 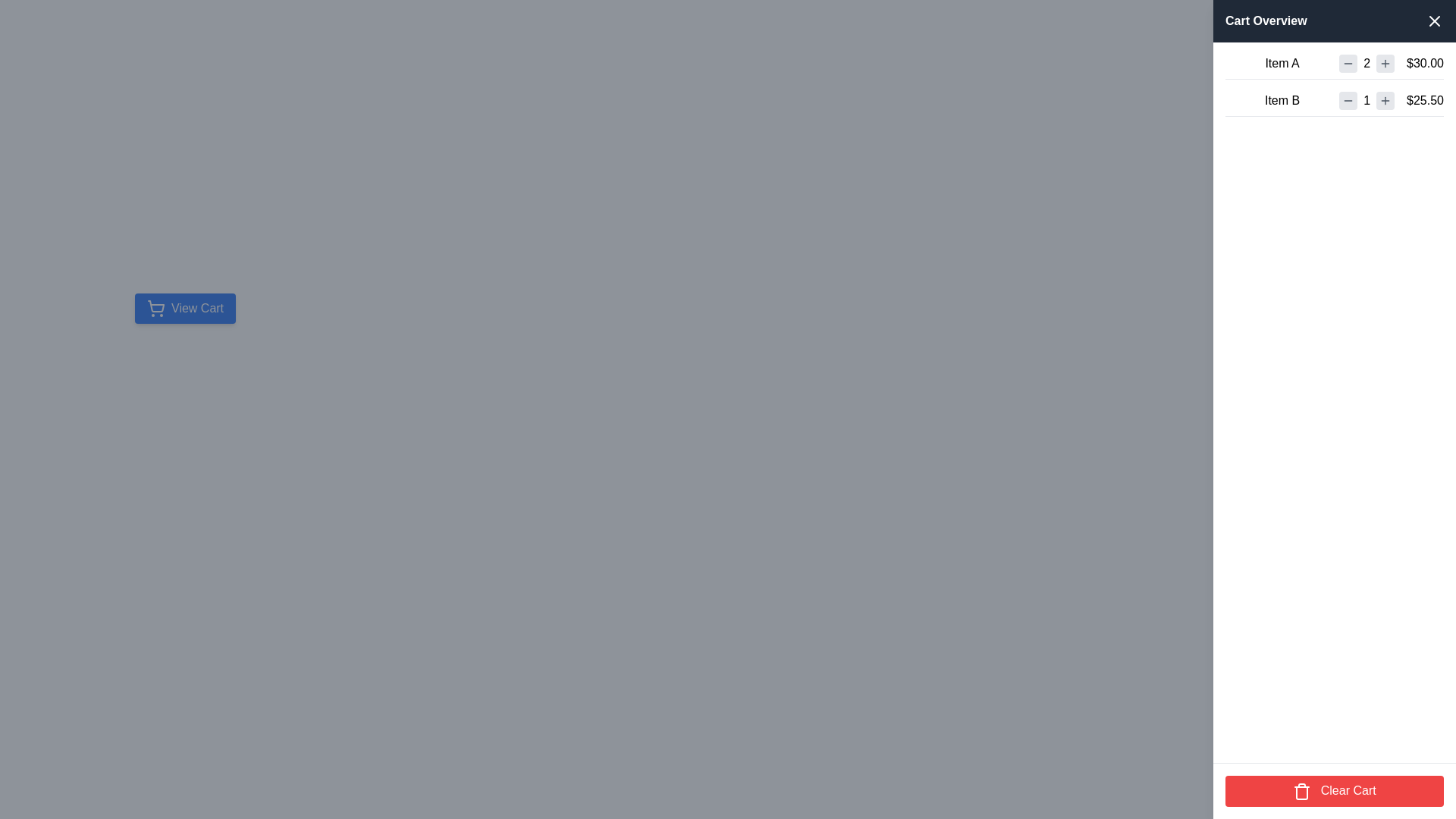 What do you see at coordinates (1348, 100) in the screenshot?
I see `the Decrement Button located in the cart overview panel for 'Item B' to reduce the quantity of the item by one` at bounding box center [1348, 100].